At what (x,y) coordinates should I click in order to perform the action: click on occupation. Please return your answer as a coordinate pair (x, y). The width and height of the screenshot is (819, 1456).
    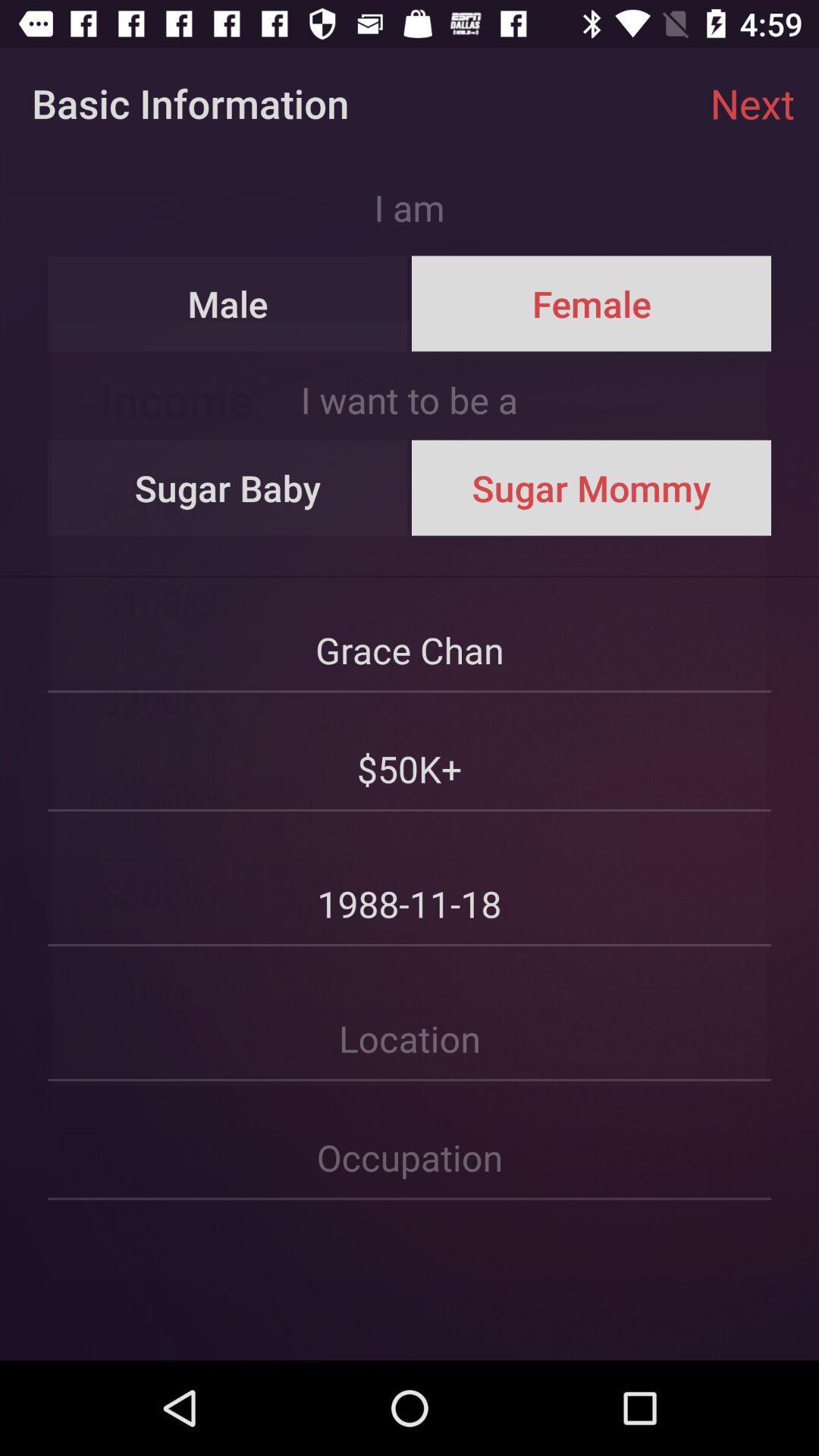
    Looking at the image, I should click on (409, 1141).